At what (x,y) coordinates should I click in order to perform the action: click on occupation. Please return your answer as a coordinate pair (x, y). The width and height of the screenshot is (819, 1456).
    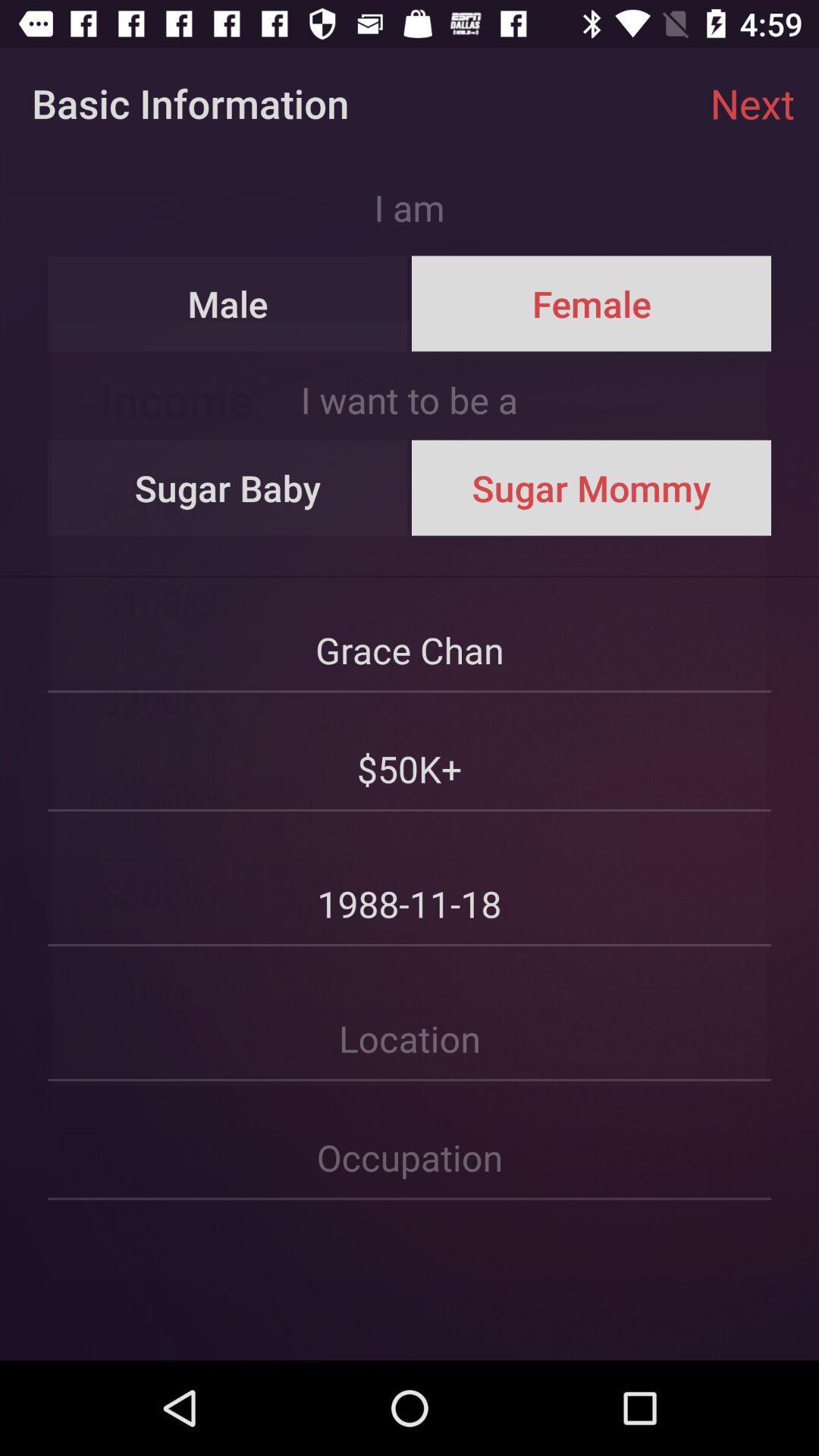
    Looking at the image, I should click on (409, 1141).